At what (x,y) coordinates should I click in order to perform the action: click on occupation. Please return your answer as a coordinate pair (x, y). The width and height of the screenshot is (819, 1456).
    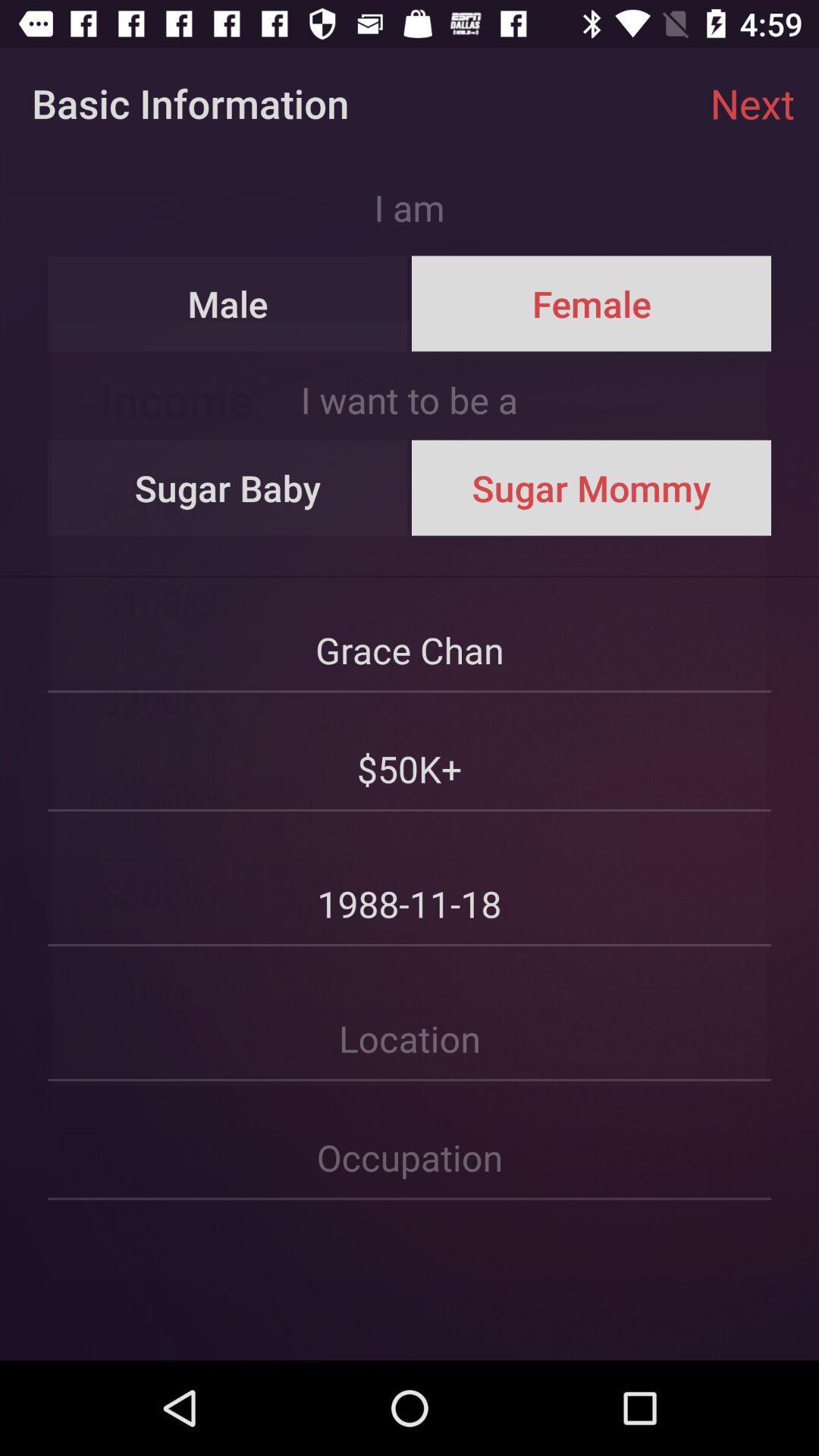
    Looking at the image, I should click on (409, 1141).